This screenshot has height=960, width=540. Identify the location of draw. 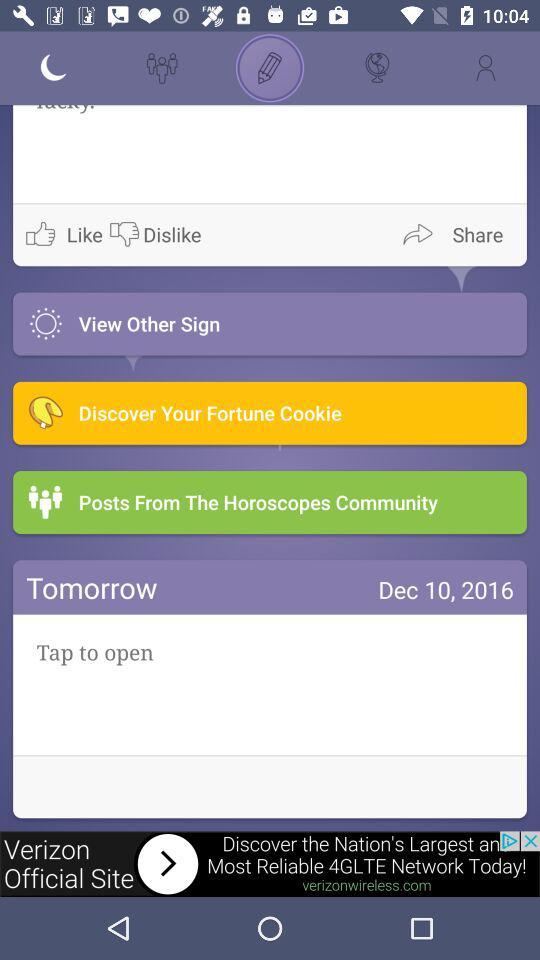
(270, 68).